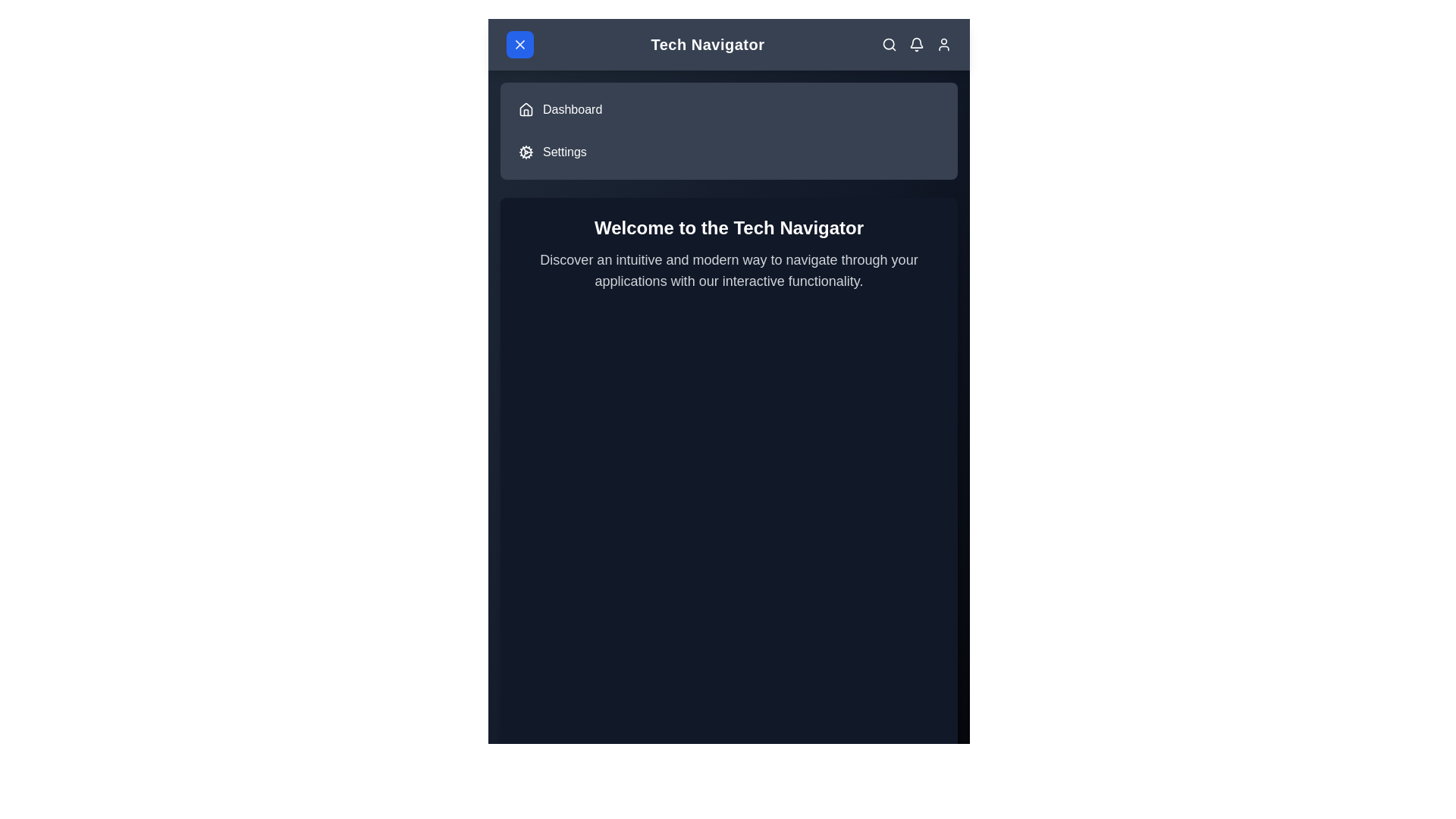  What do you see at coordinates (729, 152) in the screenshot?
I see `the menu item Settings to observe its hover effect` at bounding box center [729, 152].